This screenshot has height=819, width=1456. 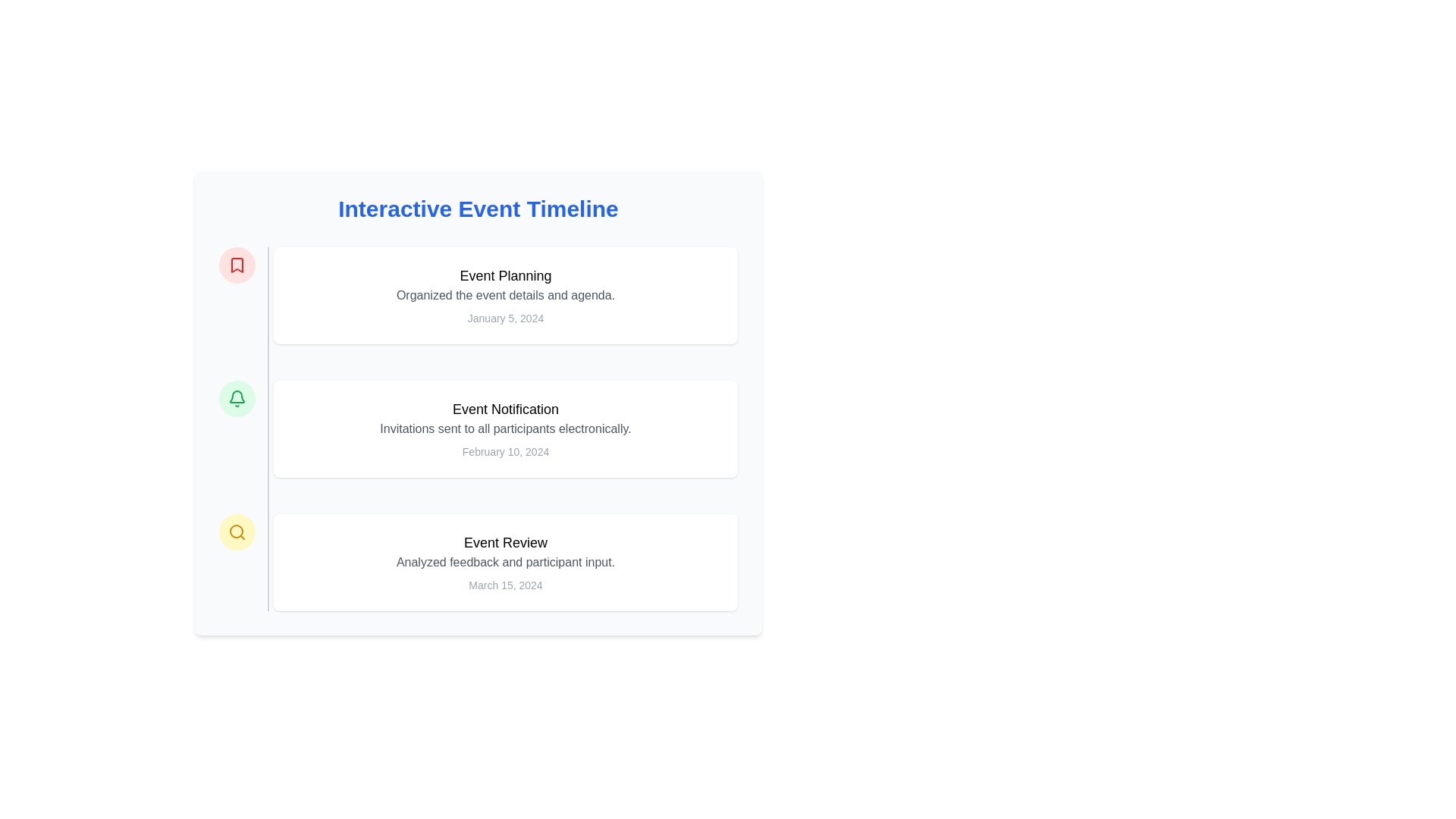 What do you see at coordinates (506, 295) in the screenshot?
I see `text label containing 'Organized the event details and agenda.' located below the title 'Event Planning' within the timeline component` at bounding box center [506, 295].